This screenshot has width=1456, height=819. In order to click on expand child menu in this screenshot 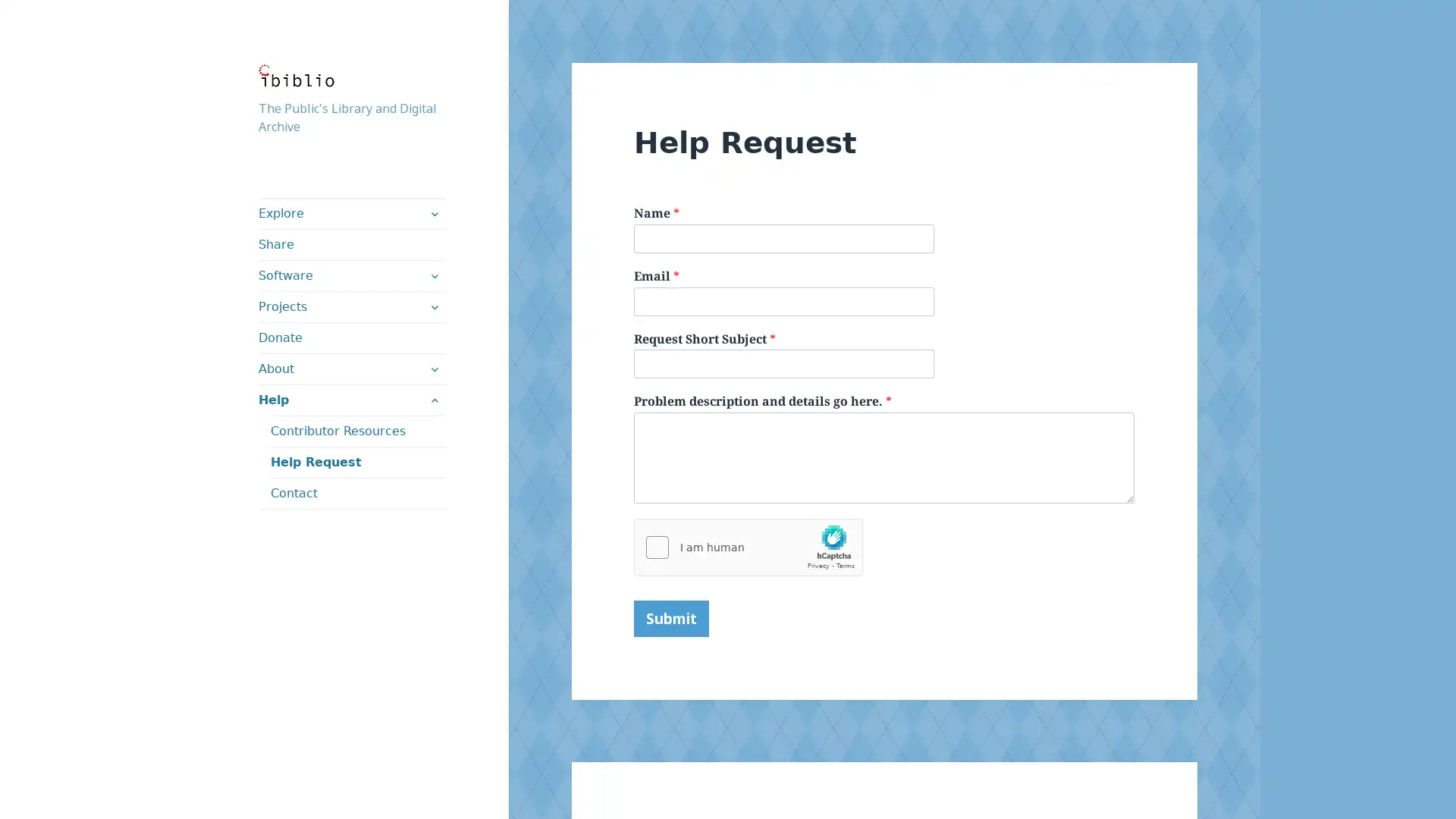, I will do `click(432, 400)`.